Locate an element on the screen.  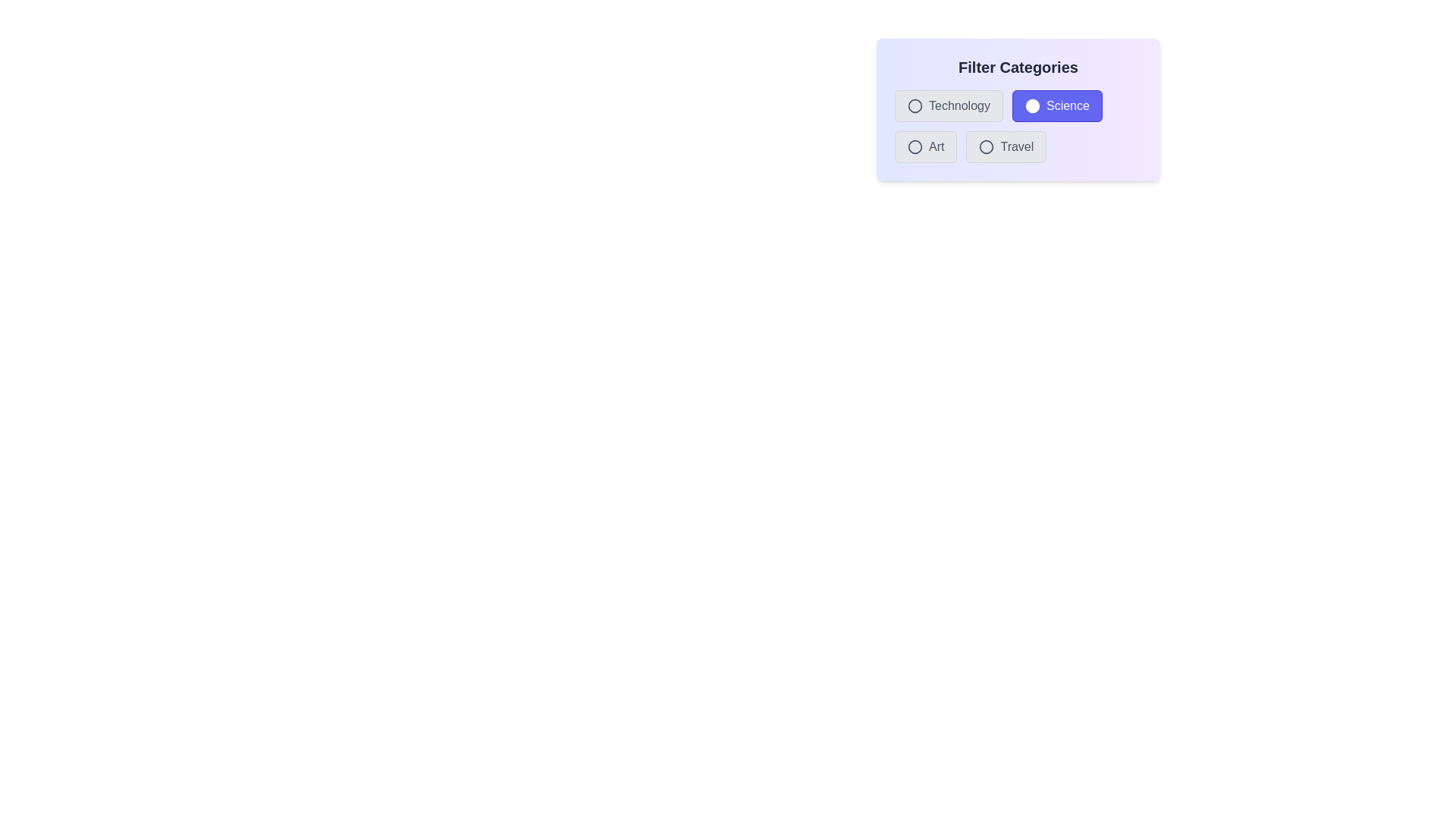
the category Travel is located at coordinates (986, 146).